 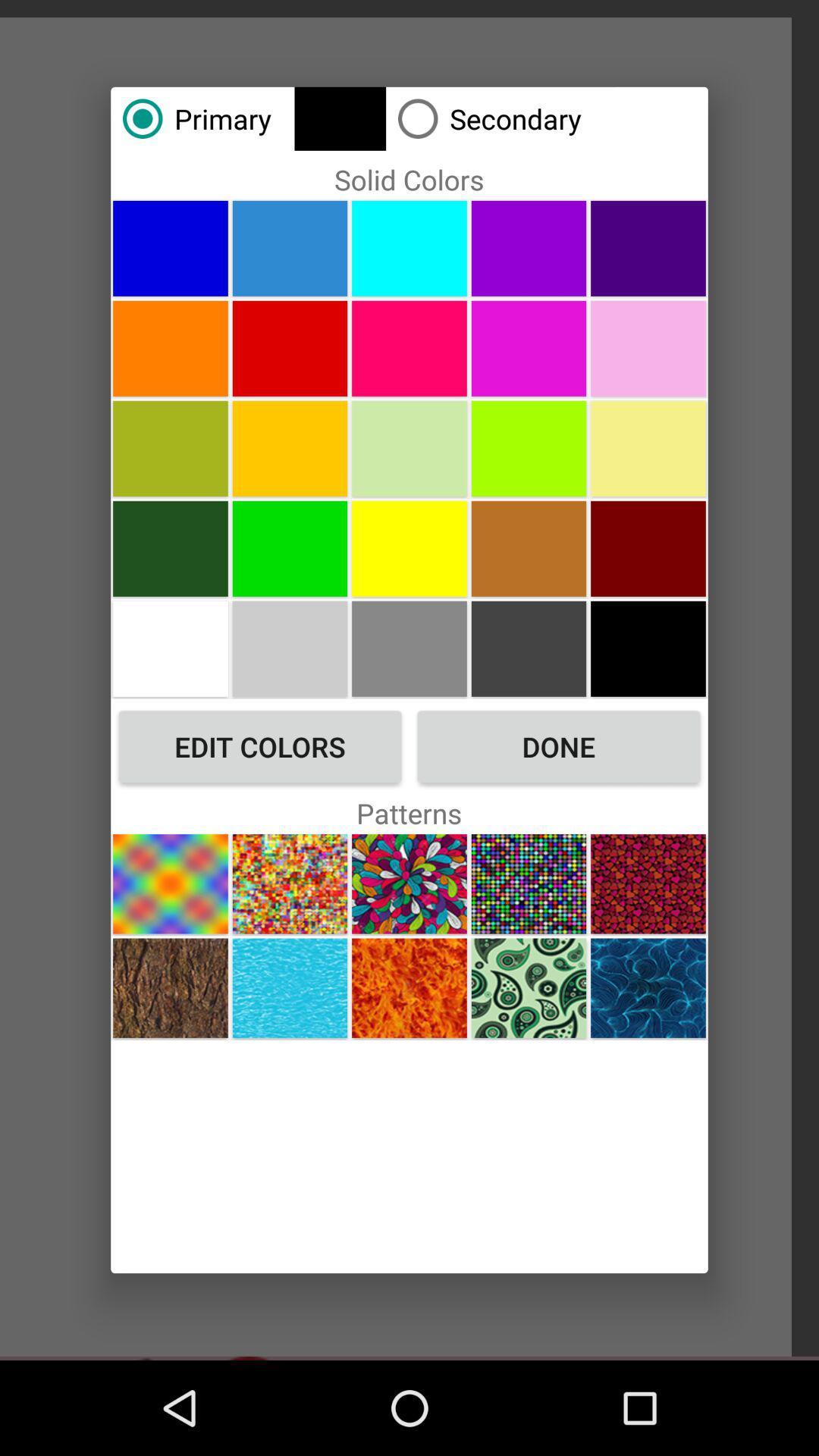 What do you see at coordinates (409, 248) in the screenshot?
I see `icon below the solid colors` at bounding box center [409, 248].